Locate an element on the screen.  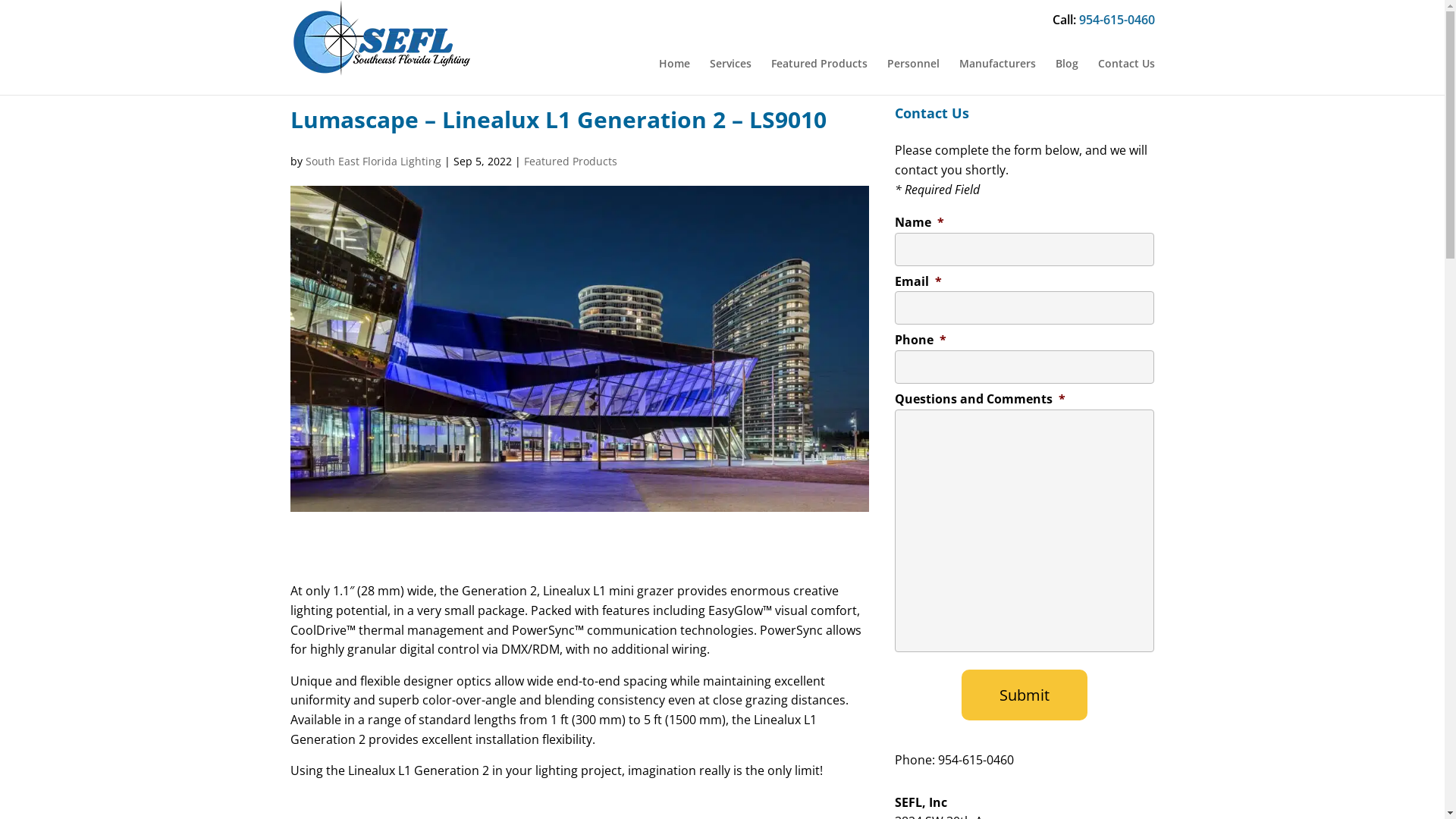
'Featured Products' is located at coordinates (817, 63).